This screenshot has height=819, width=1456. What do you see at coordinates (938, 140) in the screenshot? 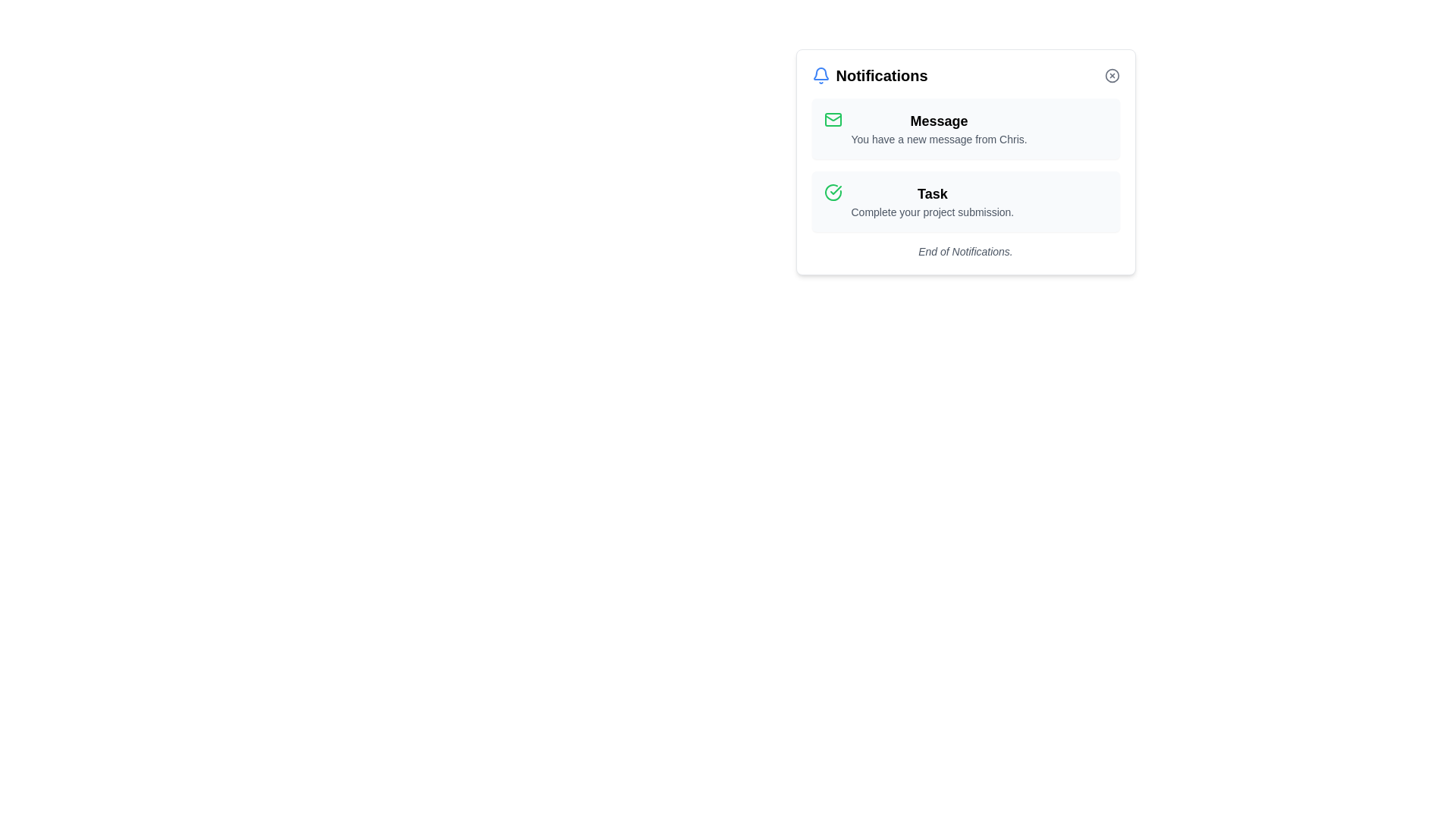
I see `the notification message text element that informs the user about a new message received from Chris, located under the heading 'Message' in the top-right region of the interface` at bounding box center [938, 140].